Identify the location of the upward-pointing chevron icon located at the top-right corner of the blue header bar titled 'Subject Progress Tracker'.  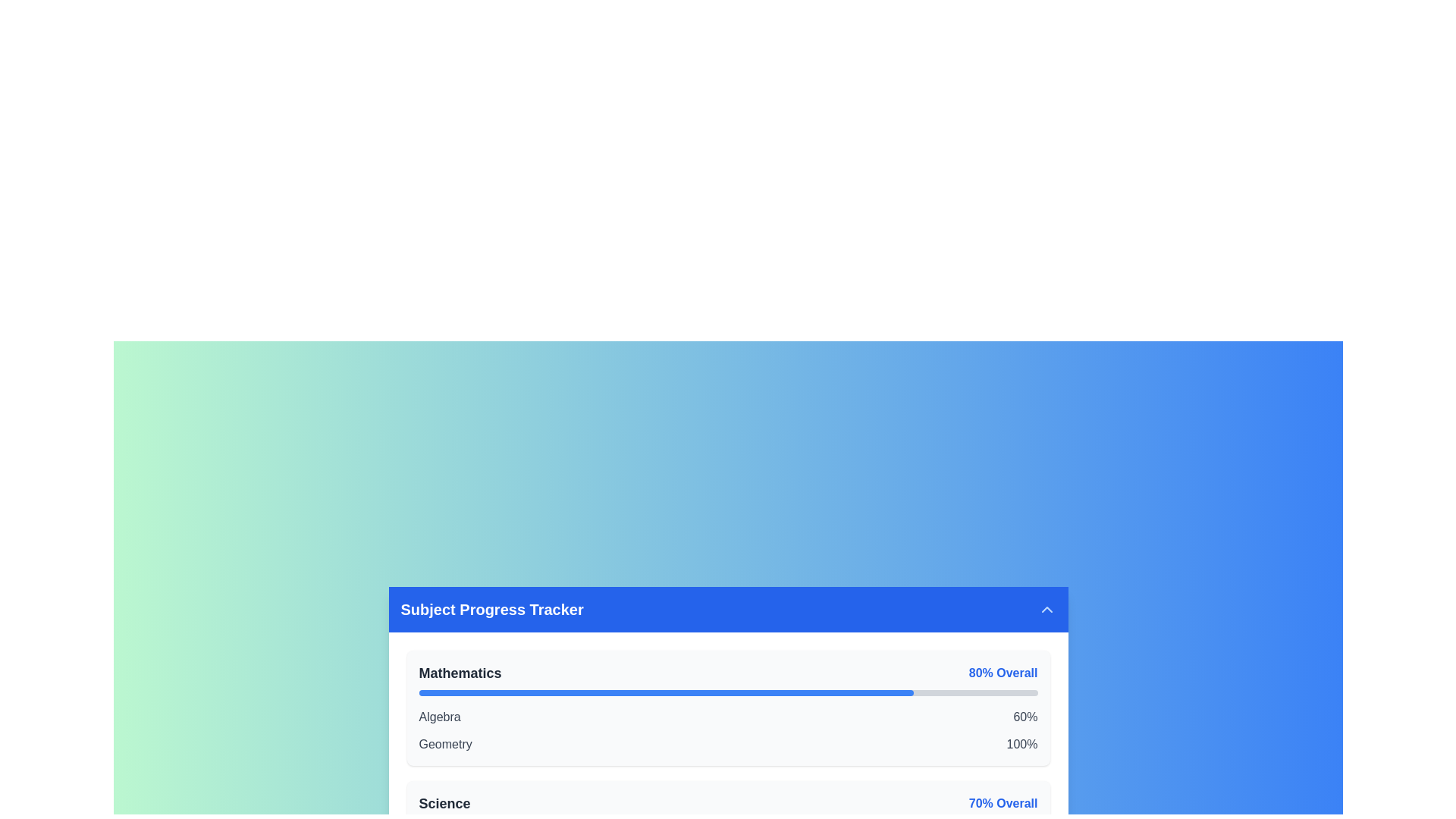
(1046, 608).